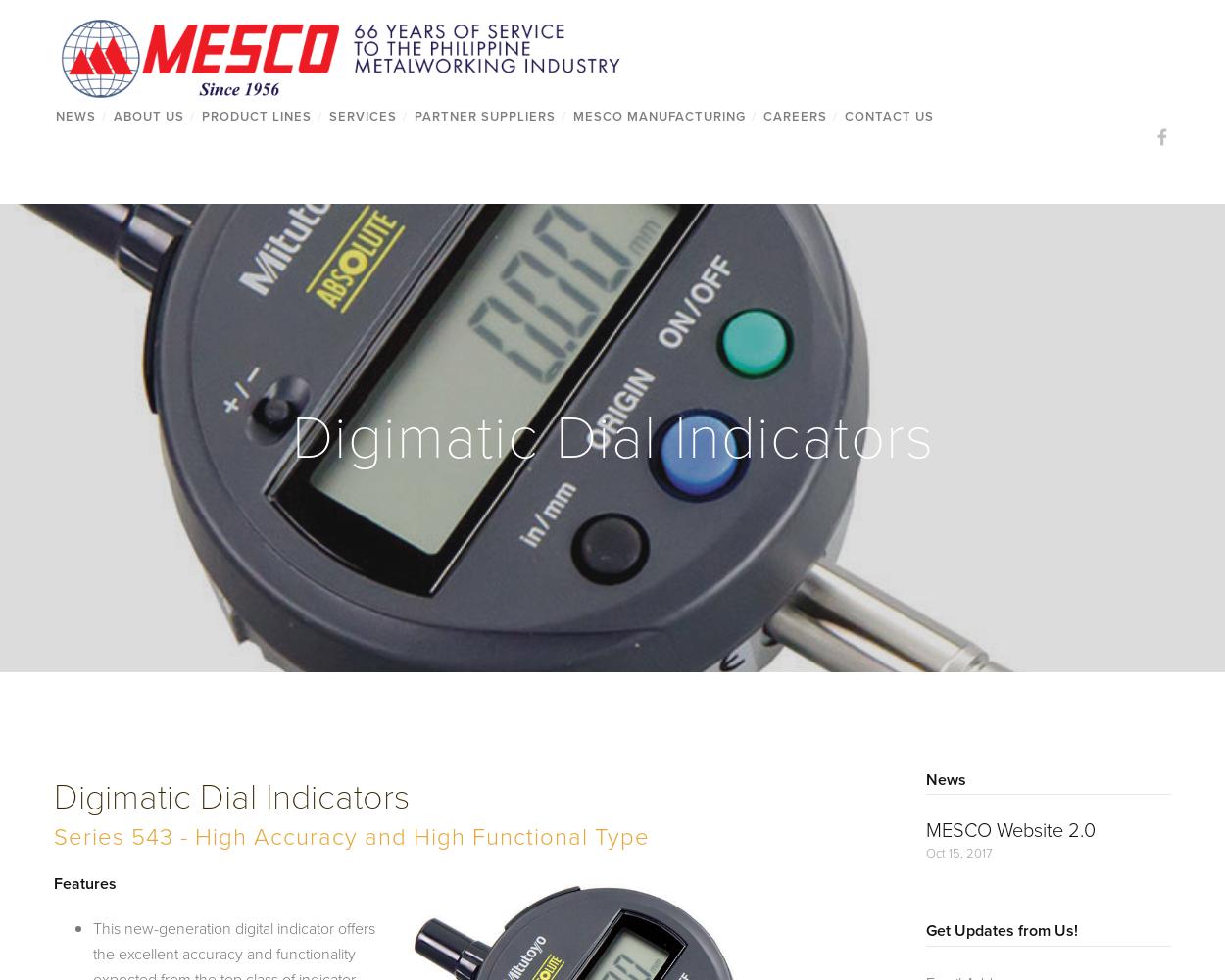 The width and height of the screenshot is (1225, 980). I want to click on 'Careers', so click(794, 114).